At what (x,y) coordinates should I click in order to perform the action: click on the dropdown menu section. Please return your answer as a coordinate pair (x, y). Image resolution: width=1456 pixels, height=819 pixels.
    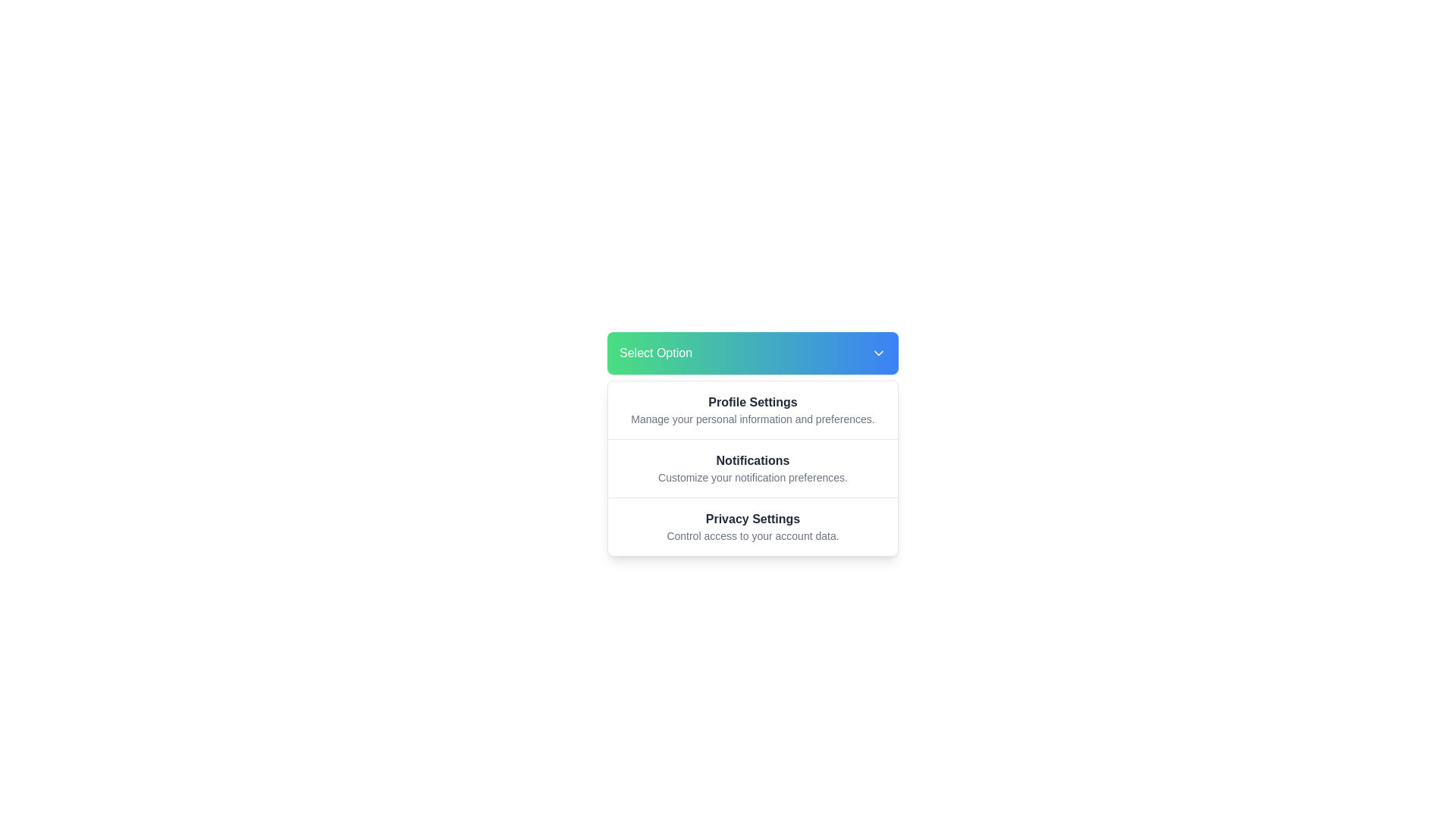
    Looking at the image, I should click on (753, 467).